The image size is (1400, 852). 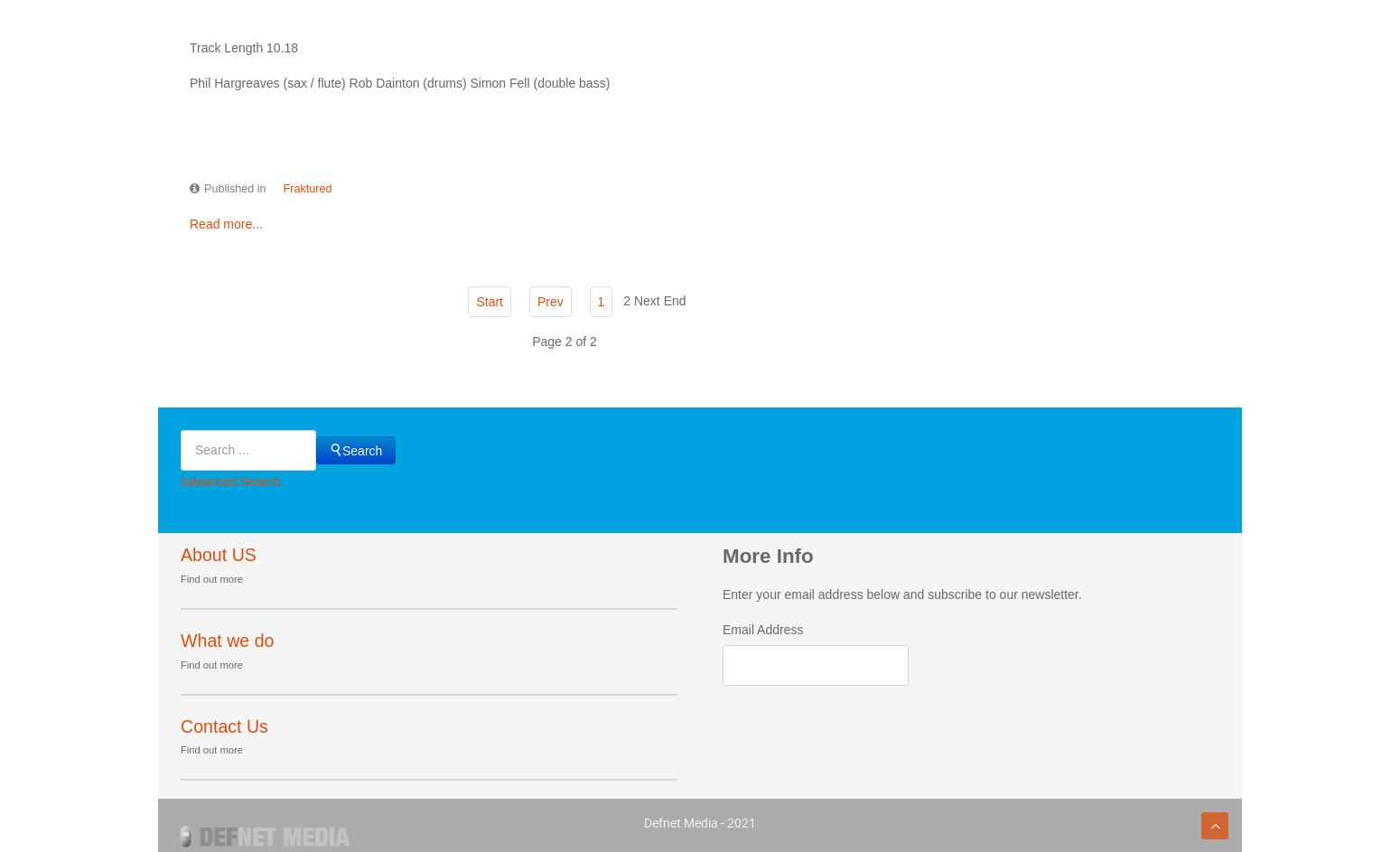 I want to click on 'Next', so click(x=646, y=300).